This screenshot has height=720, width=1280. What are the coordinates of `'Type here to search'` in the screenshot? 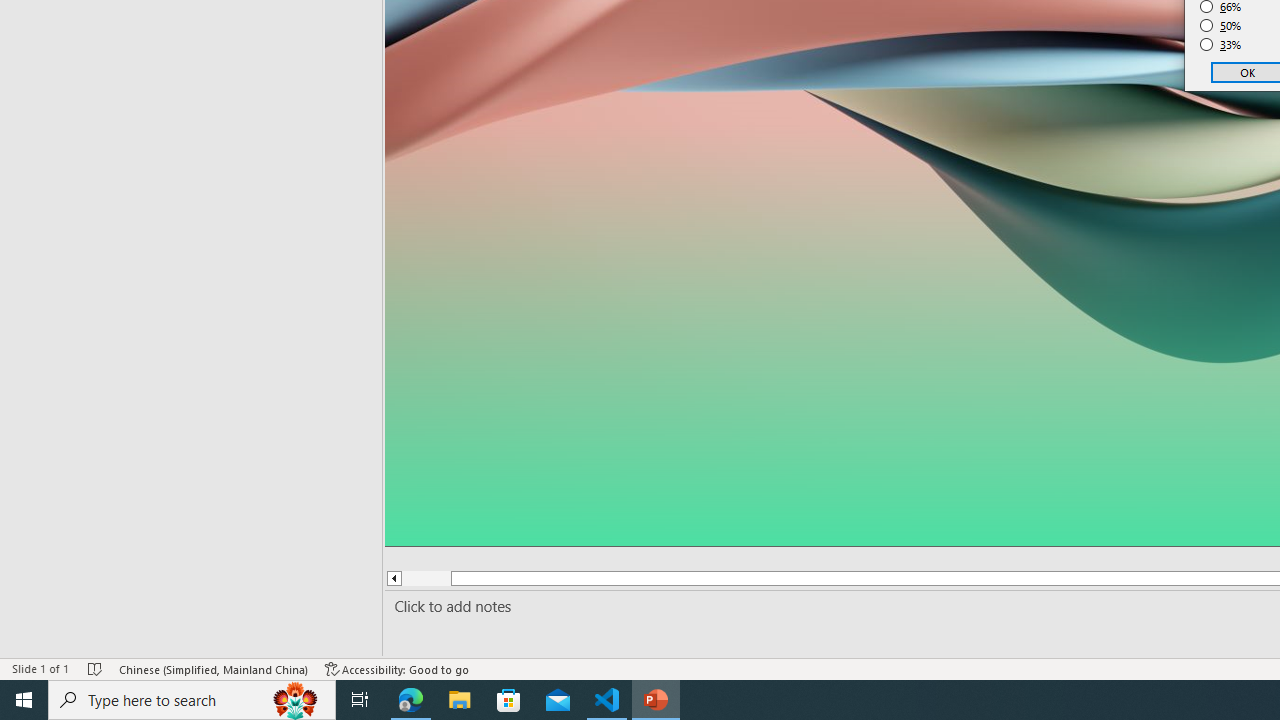 It's located at (192, 698).